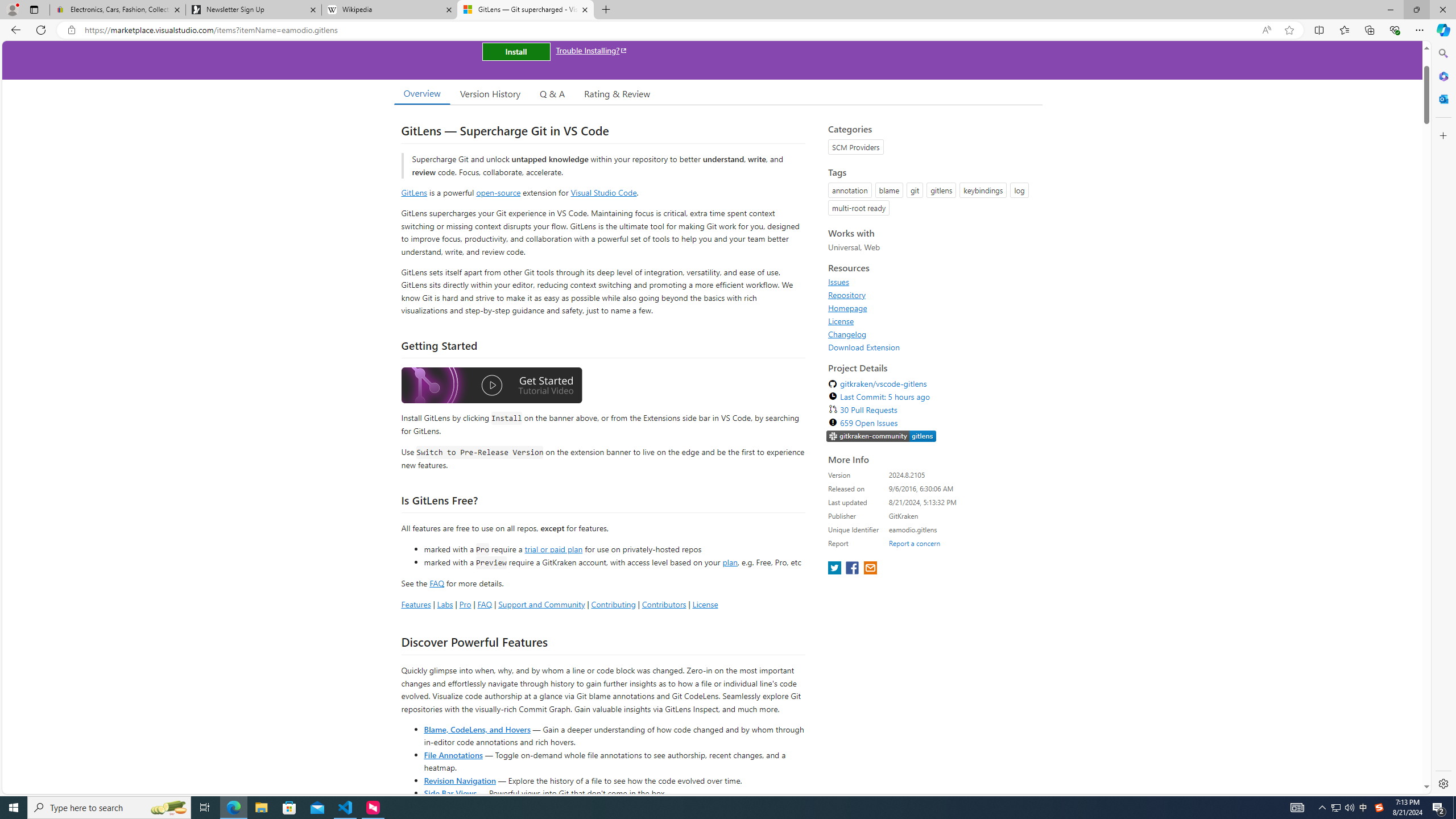  I want to click on 'Q & A', so click(552, 93).